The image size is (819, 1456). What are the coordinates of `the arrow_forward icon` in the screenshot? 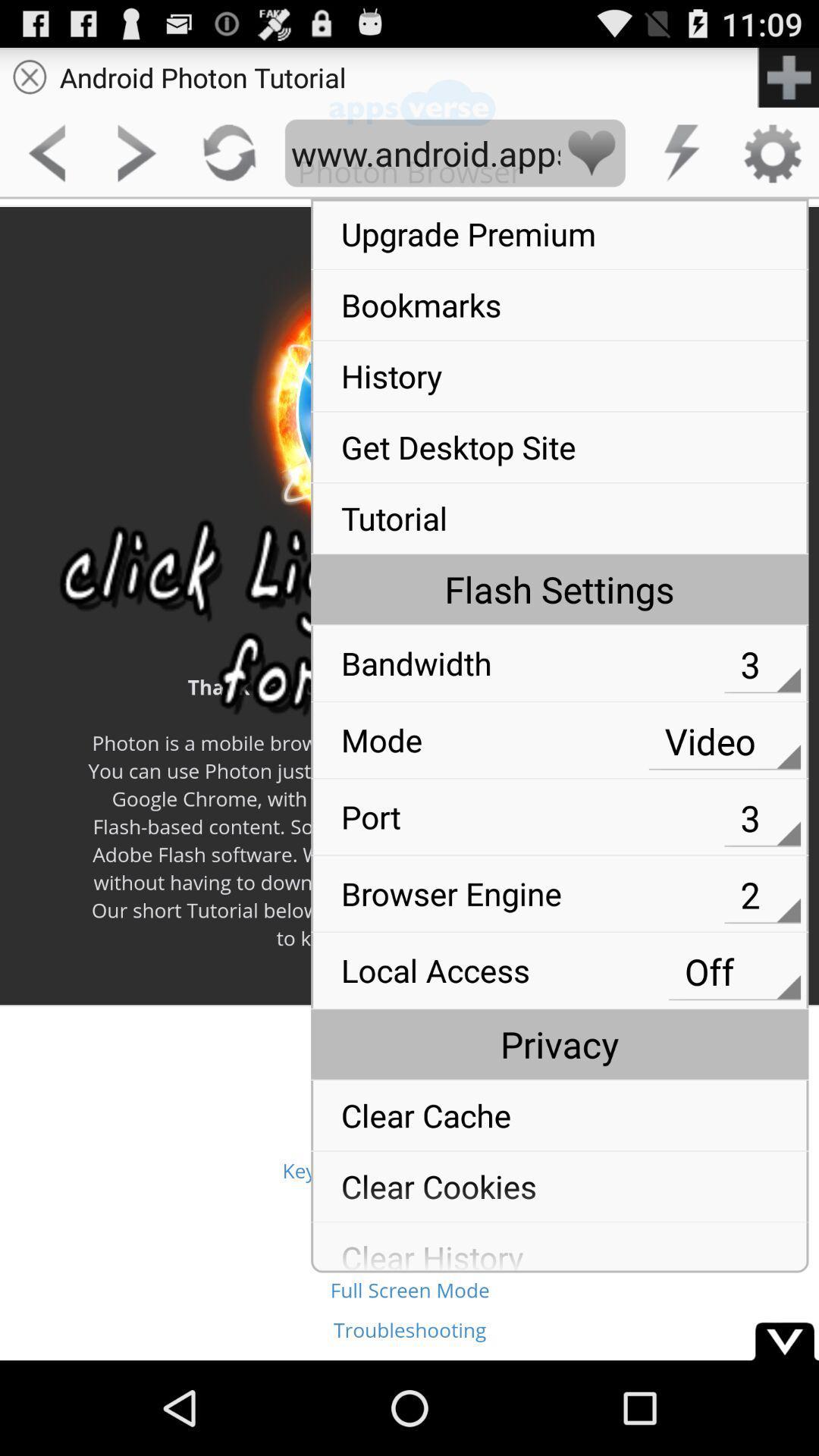 It's located at (137, 164).